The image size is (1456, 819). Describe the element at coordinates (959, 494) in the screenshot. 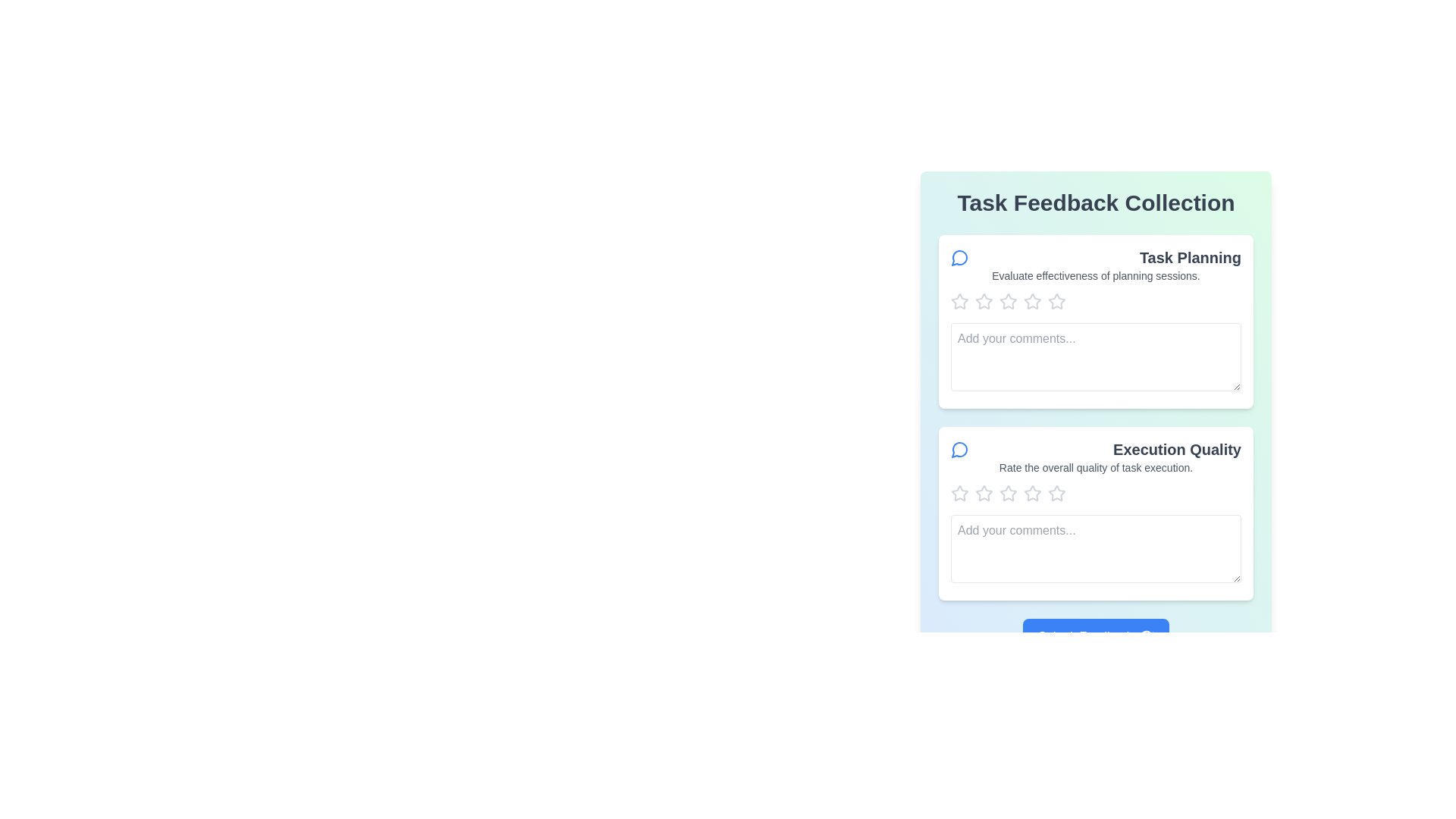

I see `the first hollow star icon in the 5-star rating row under the 'Execution Quality' section in the 'Task Feedback Collection' card` at that location.